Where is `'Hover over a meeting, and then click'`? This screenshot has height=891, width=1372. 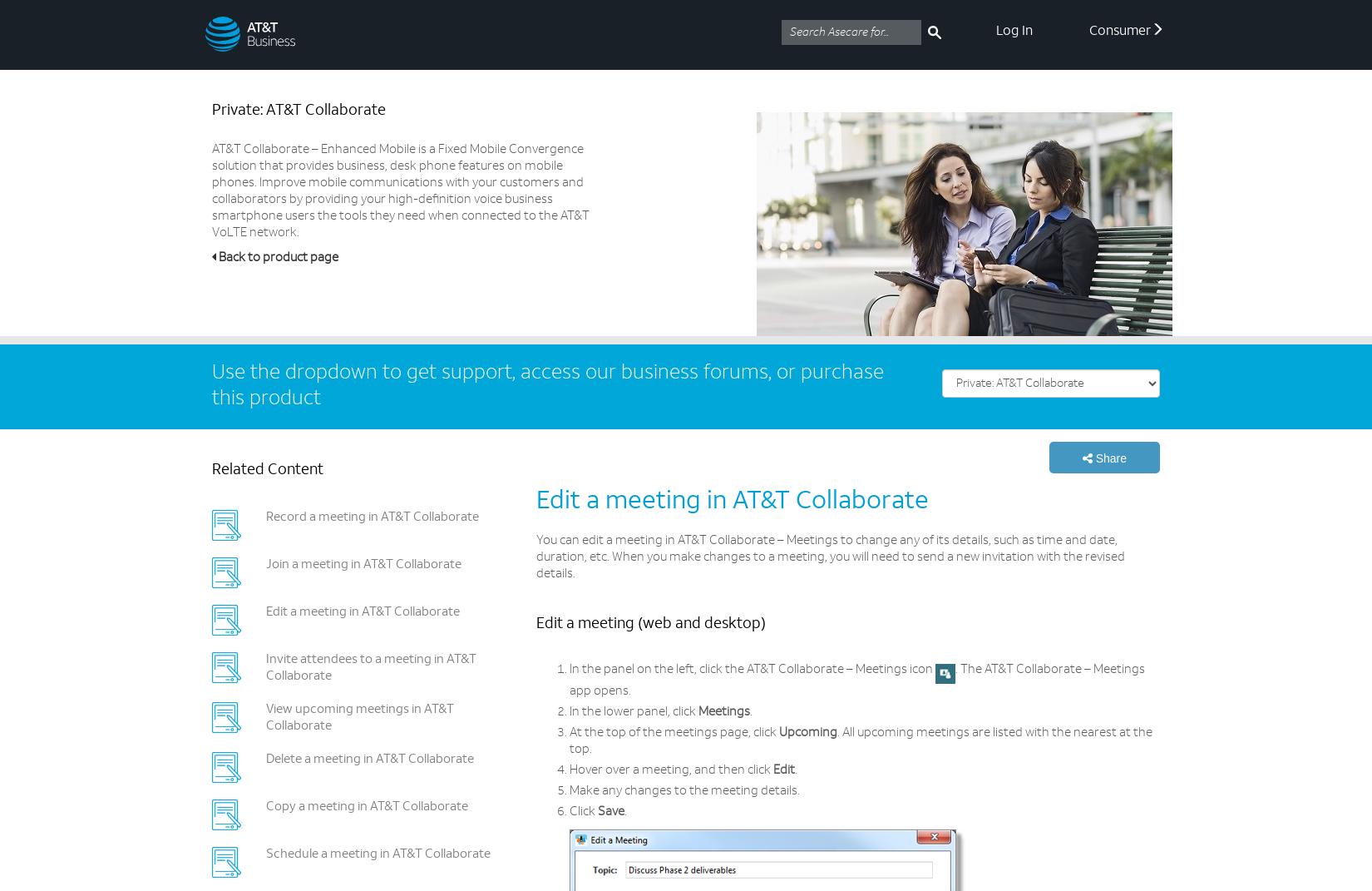 'Hover over a meeting, and then click' is located at coordinates (569, 770).